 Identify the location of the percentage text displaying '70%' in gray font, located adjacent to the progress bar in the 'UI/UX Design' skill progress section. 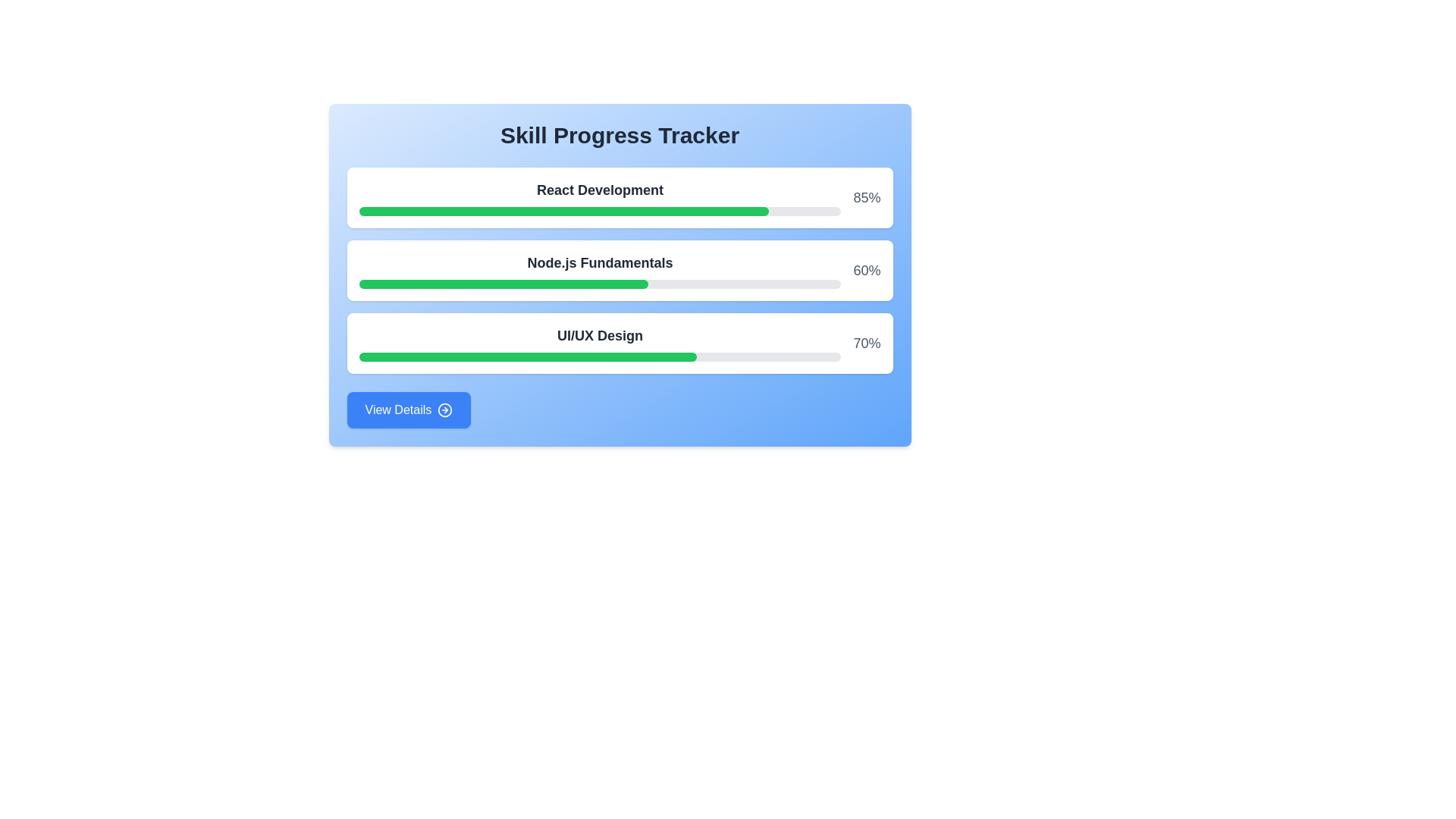
(867, 343).